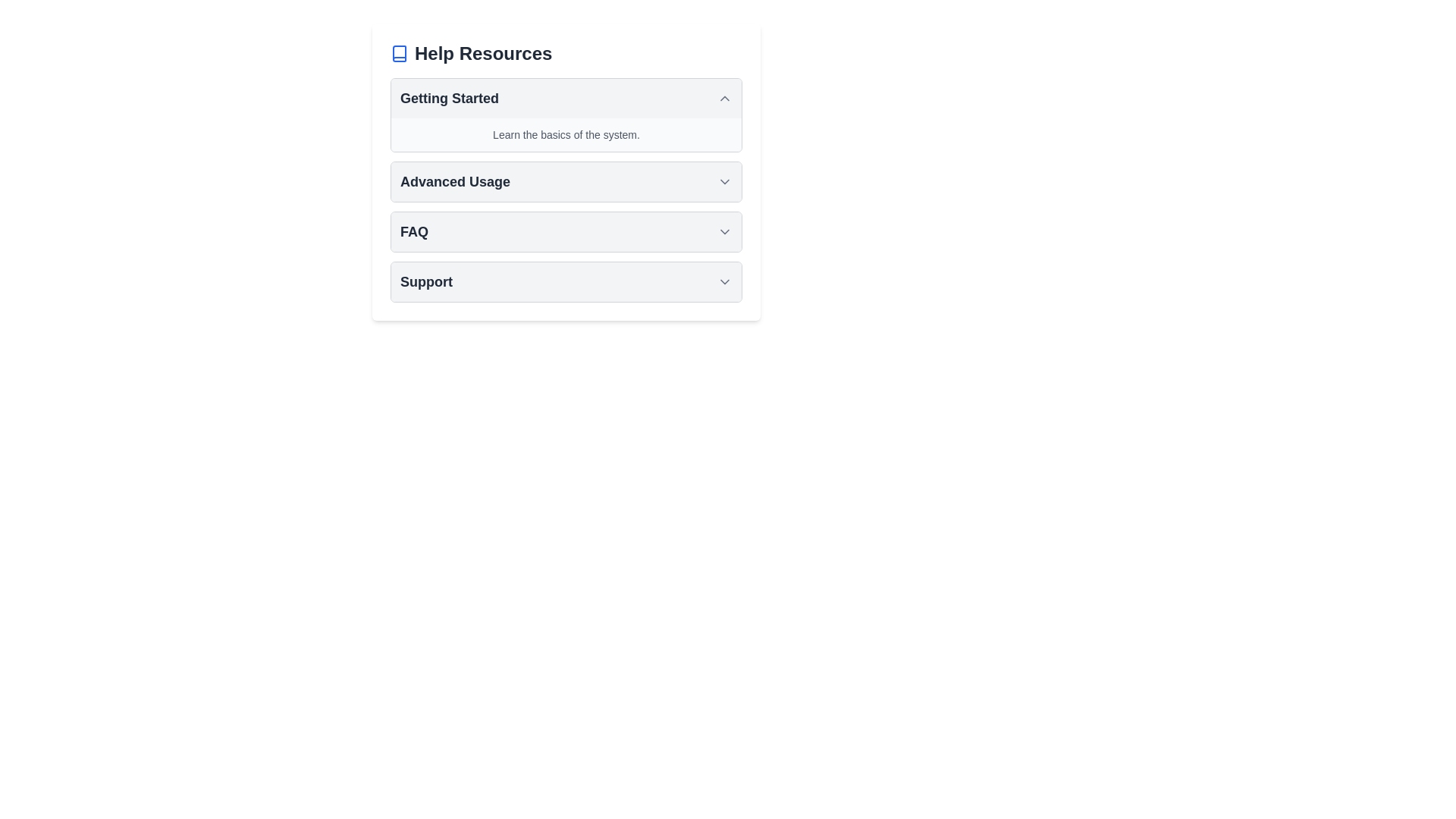  What do you see at coordinates (566, 99) in the screenshot?
I see `the 'Getting Started' collapsible header element via keyboard navigation` at bounding box center [566, 99].